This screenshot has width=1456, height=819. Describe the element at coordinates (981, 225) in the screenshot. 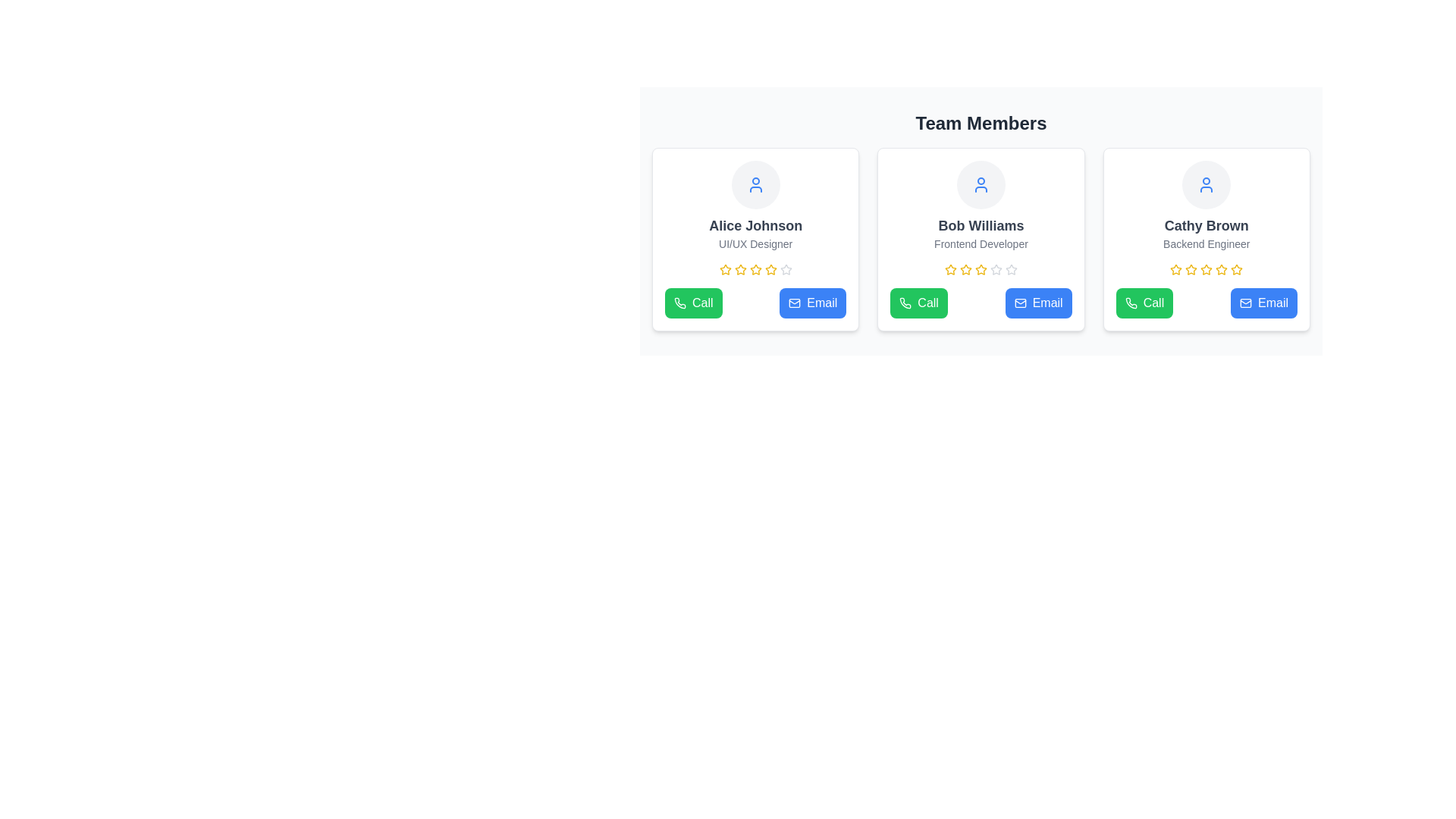

I see `the static text display that shows the name of a team member, located above the text 'Frontend Developer' in the profile card of the team members section` at that location.